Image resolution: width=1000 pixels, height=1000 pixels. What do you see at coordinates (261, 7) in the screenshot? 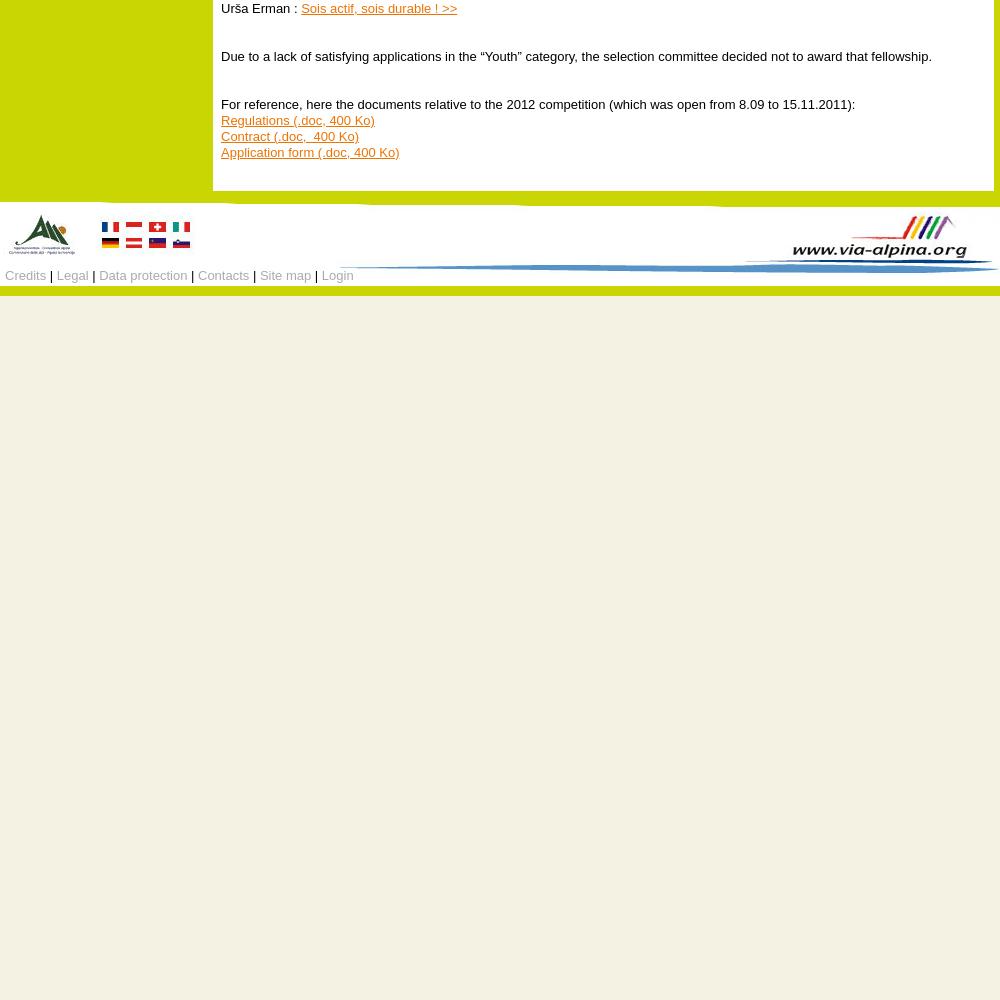
I see `'Urša Erman :'` at bounding box center [261, 7].